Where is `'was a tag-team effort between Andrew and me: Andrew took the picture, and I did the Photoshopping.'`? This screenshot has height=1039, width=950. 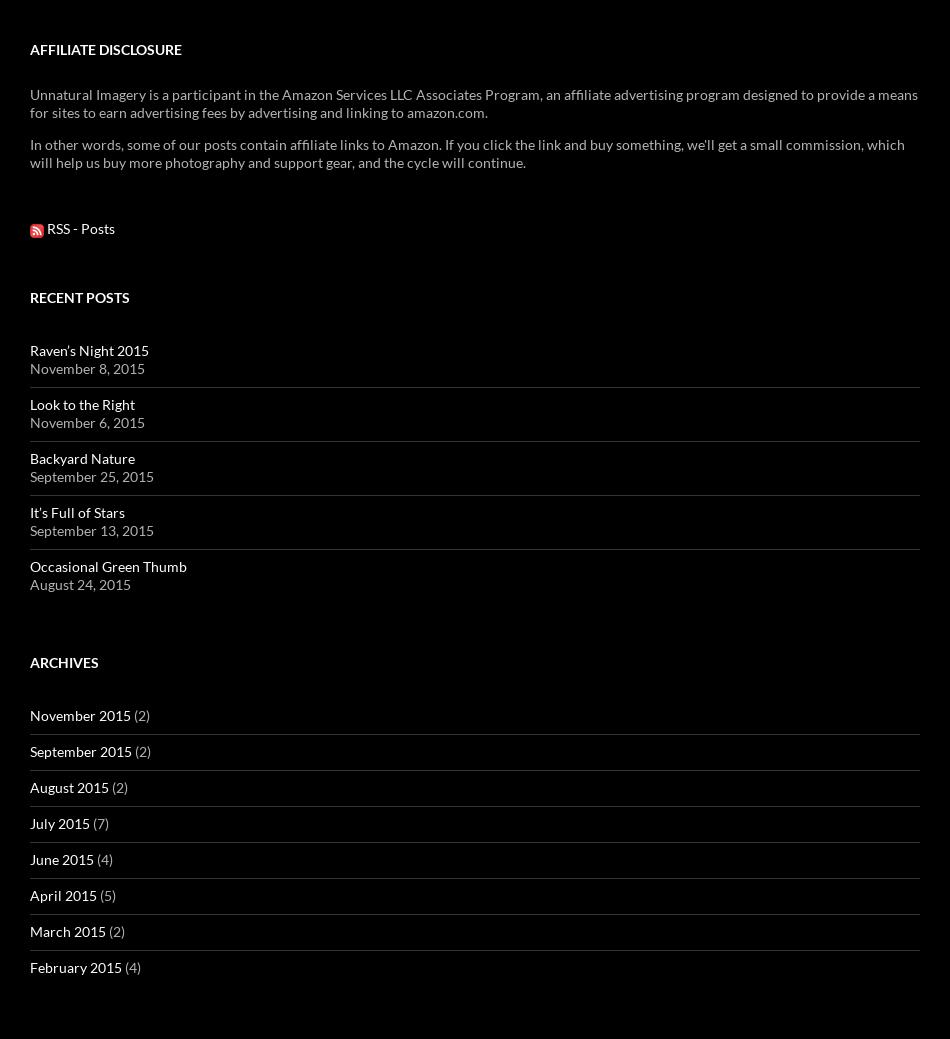
'was a tag-team effort between Andrew and me: Andrew took the picture, and I did the Photoshopping.' is located at coordinates (457, 778).